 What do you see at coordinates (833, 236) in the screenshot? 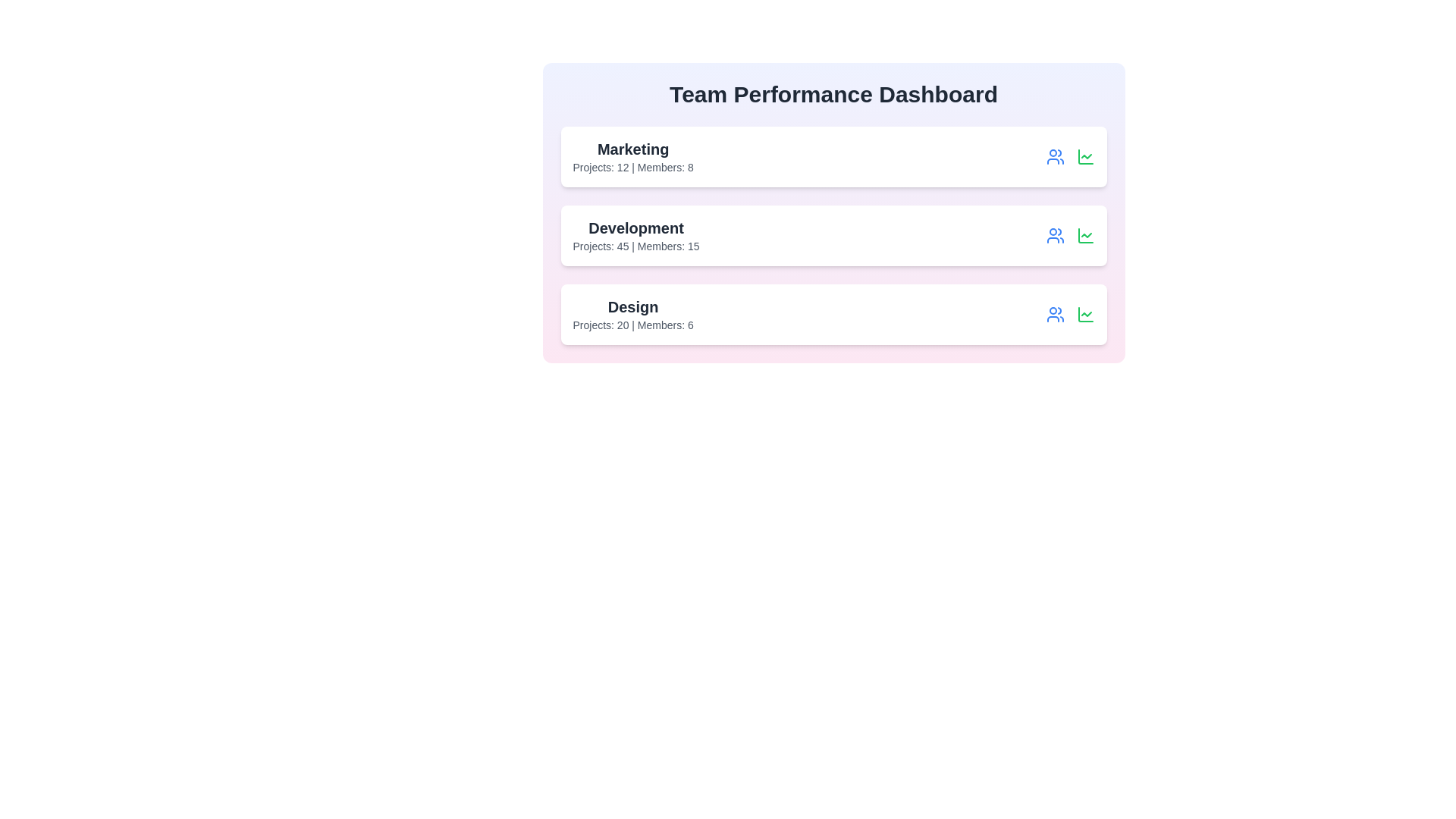
I see `the team card for Development` at bounding box center [833, 236].